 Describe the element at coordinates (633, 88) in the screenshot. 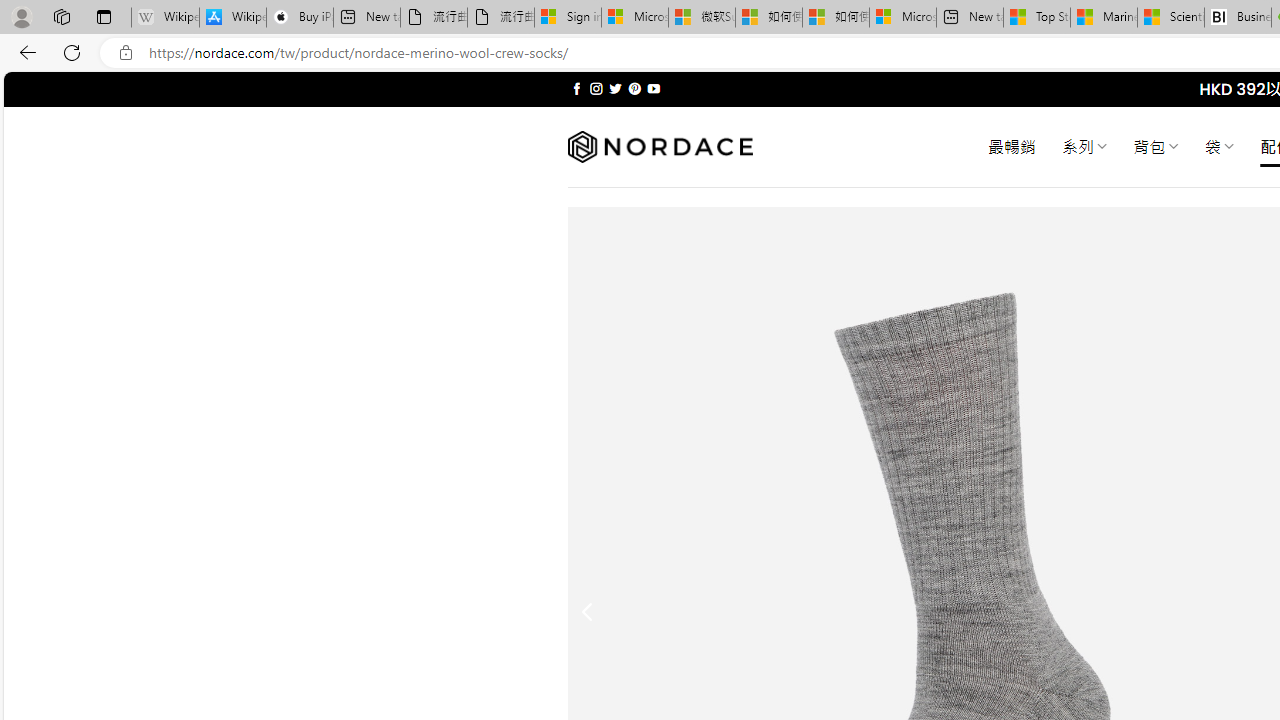

I see `'Follow on Pinterest'` at that location.